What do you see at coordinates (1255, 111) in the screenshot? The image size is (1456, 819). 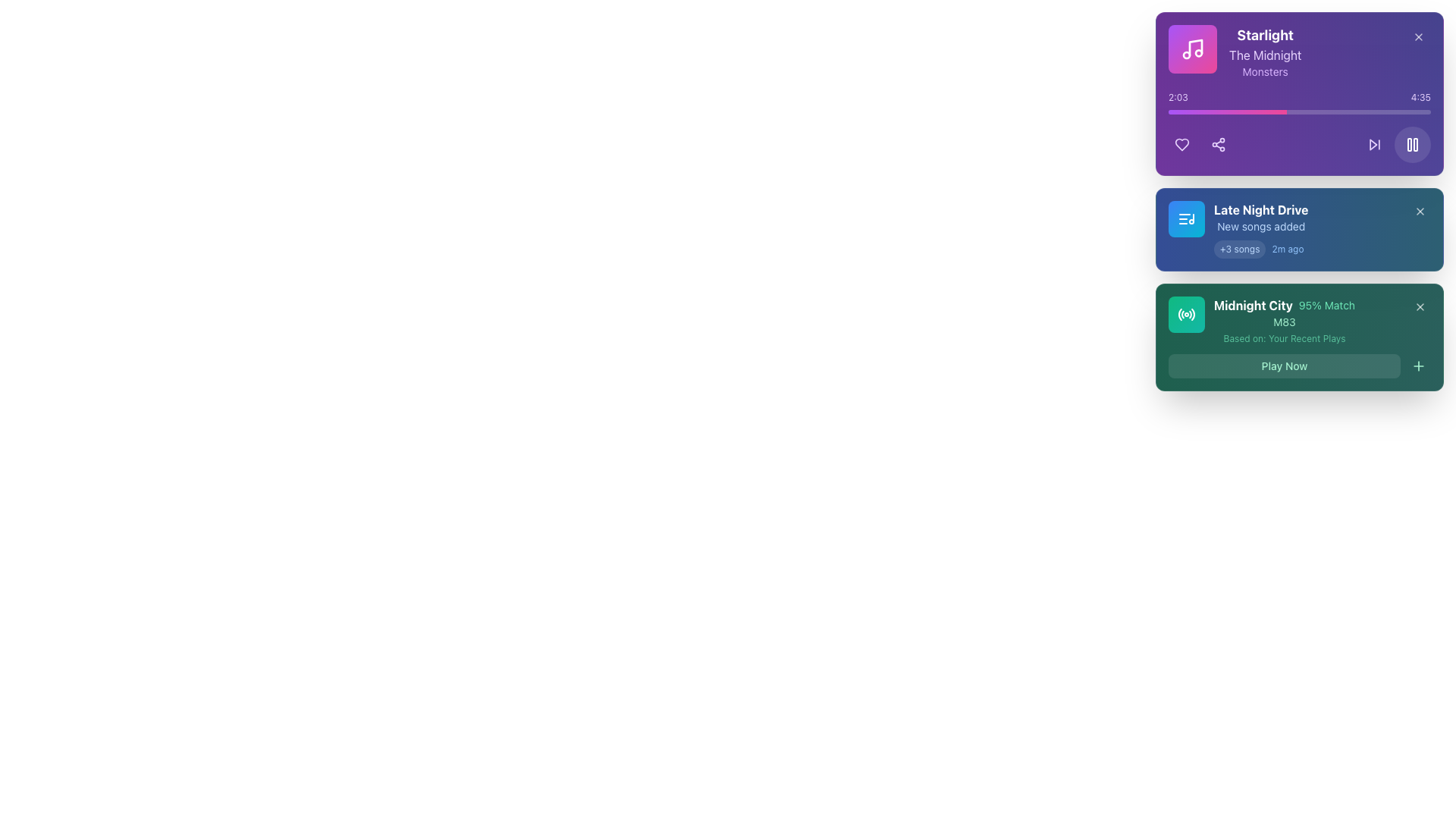 I see `playback progress` at bounding box center [1255, 111].